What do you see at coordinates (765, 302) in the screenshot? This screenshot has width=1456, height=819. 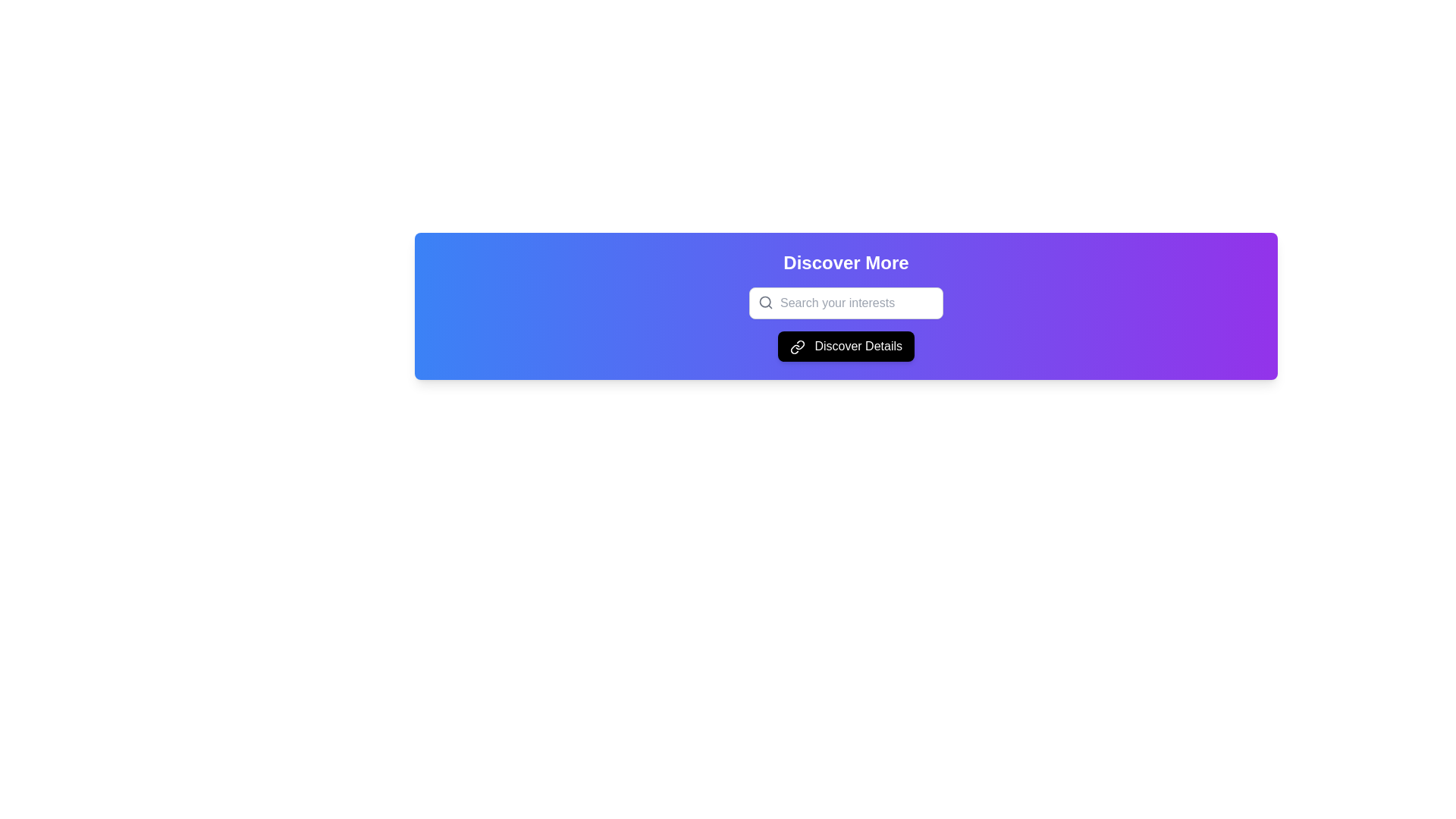 I see `the search icon element, which is a circular shape with a diagonal line resembling a magnifying glass, located on the left side of the 'Search your interests' text input box` at bounding box center [765, 302].